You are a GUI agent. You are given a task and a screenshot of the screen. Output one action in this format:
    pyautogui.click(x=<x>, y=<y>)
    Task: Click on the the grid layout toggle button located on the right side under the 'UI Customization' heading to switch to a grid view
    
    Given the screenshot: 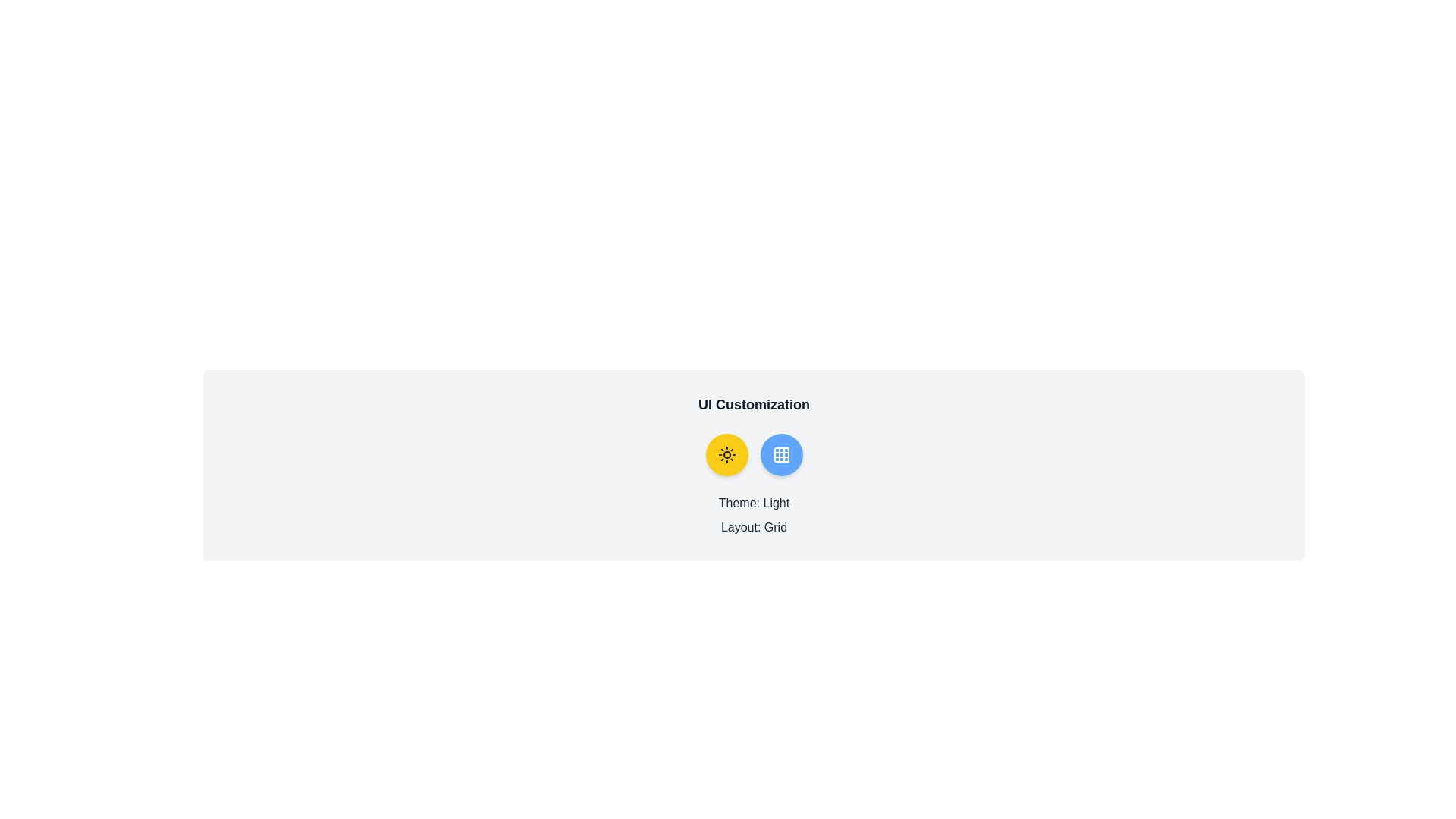 What is the action you would take?
    pyautogui.click(x=781, y=454)
    